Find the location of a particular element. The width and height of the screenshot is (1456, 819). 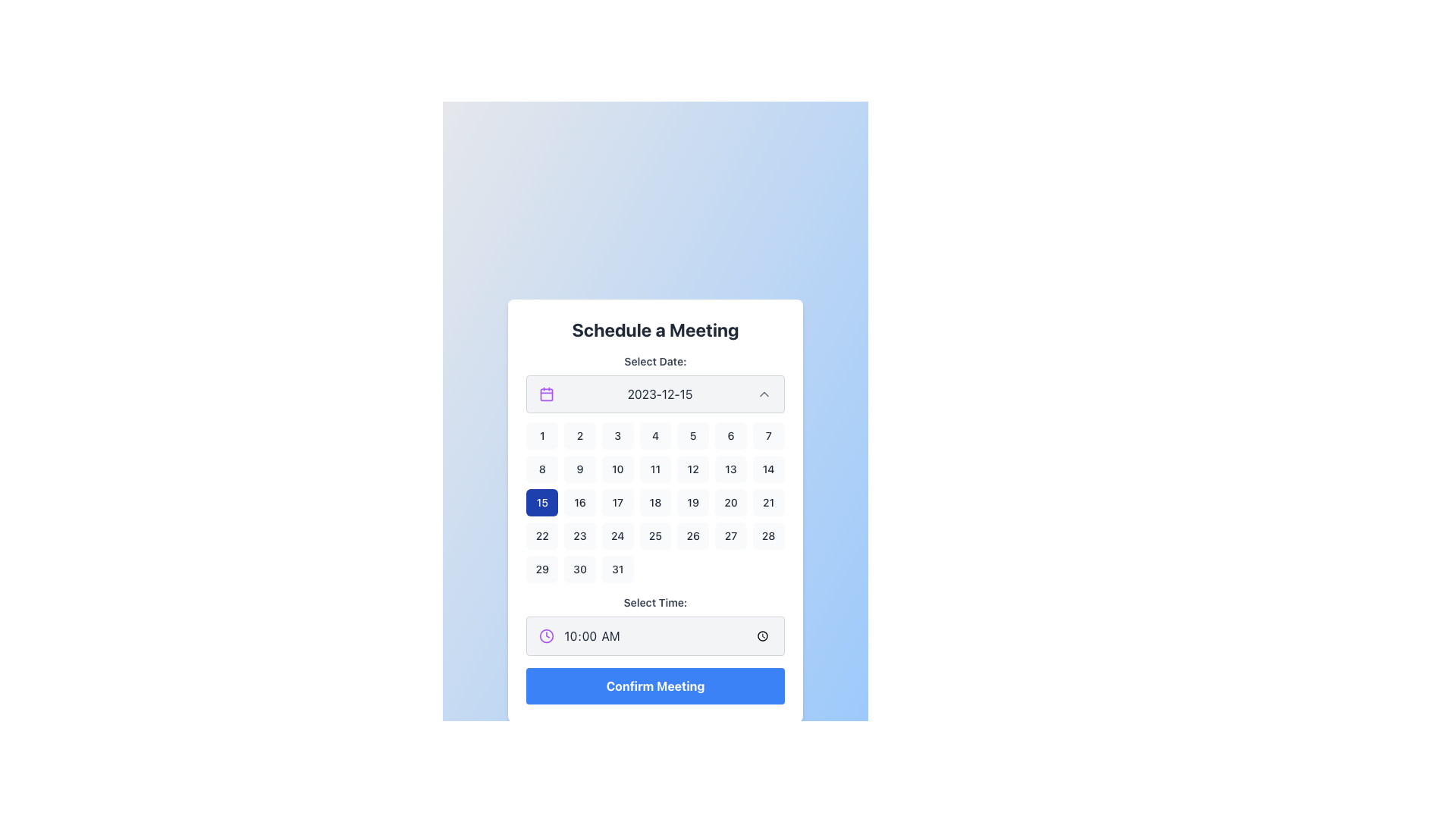

the button is located at coordinates (731, 503).